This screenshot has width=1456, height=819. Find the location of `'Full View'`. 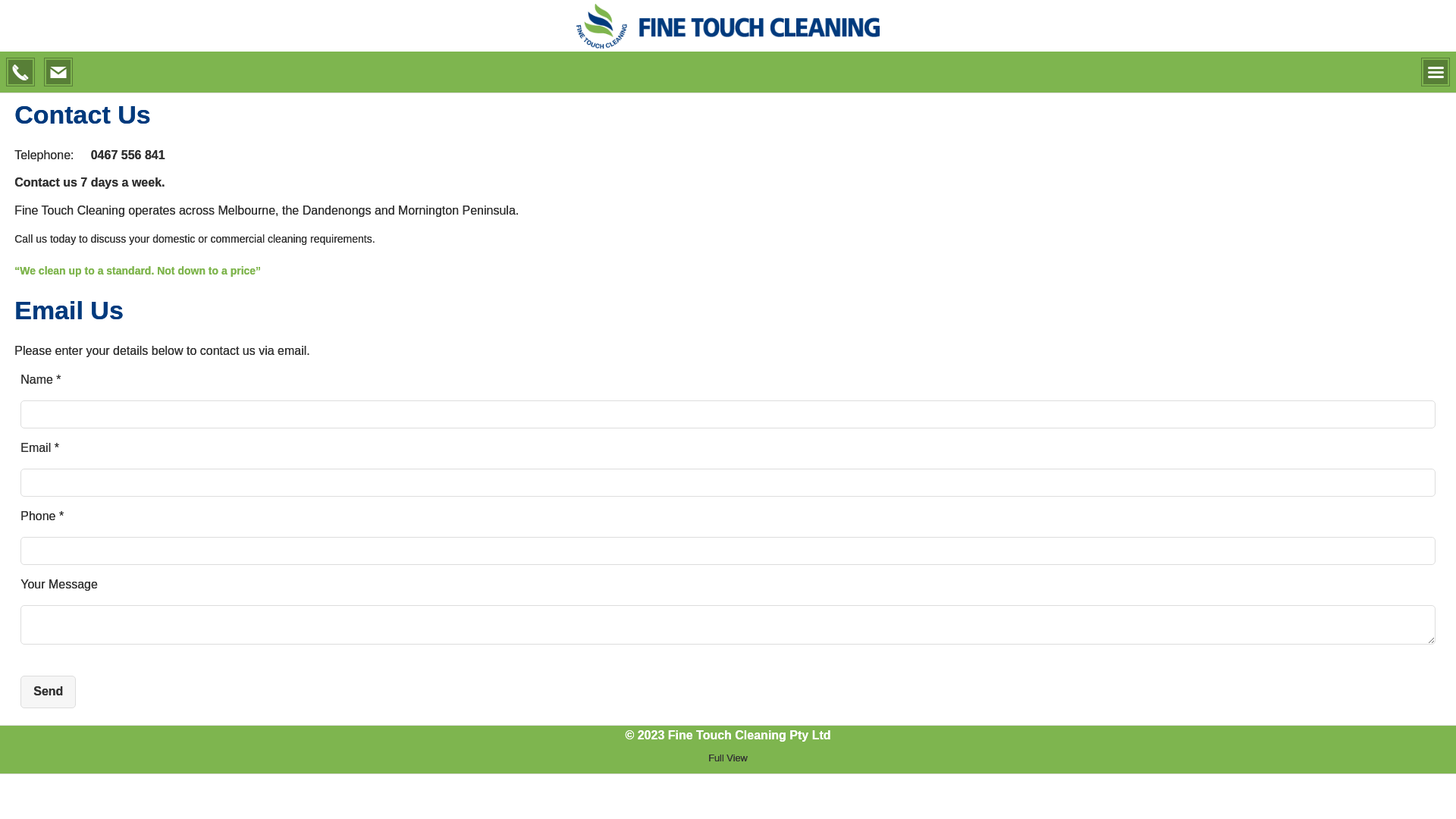

'Full View' is located at coordinates (726, 758).